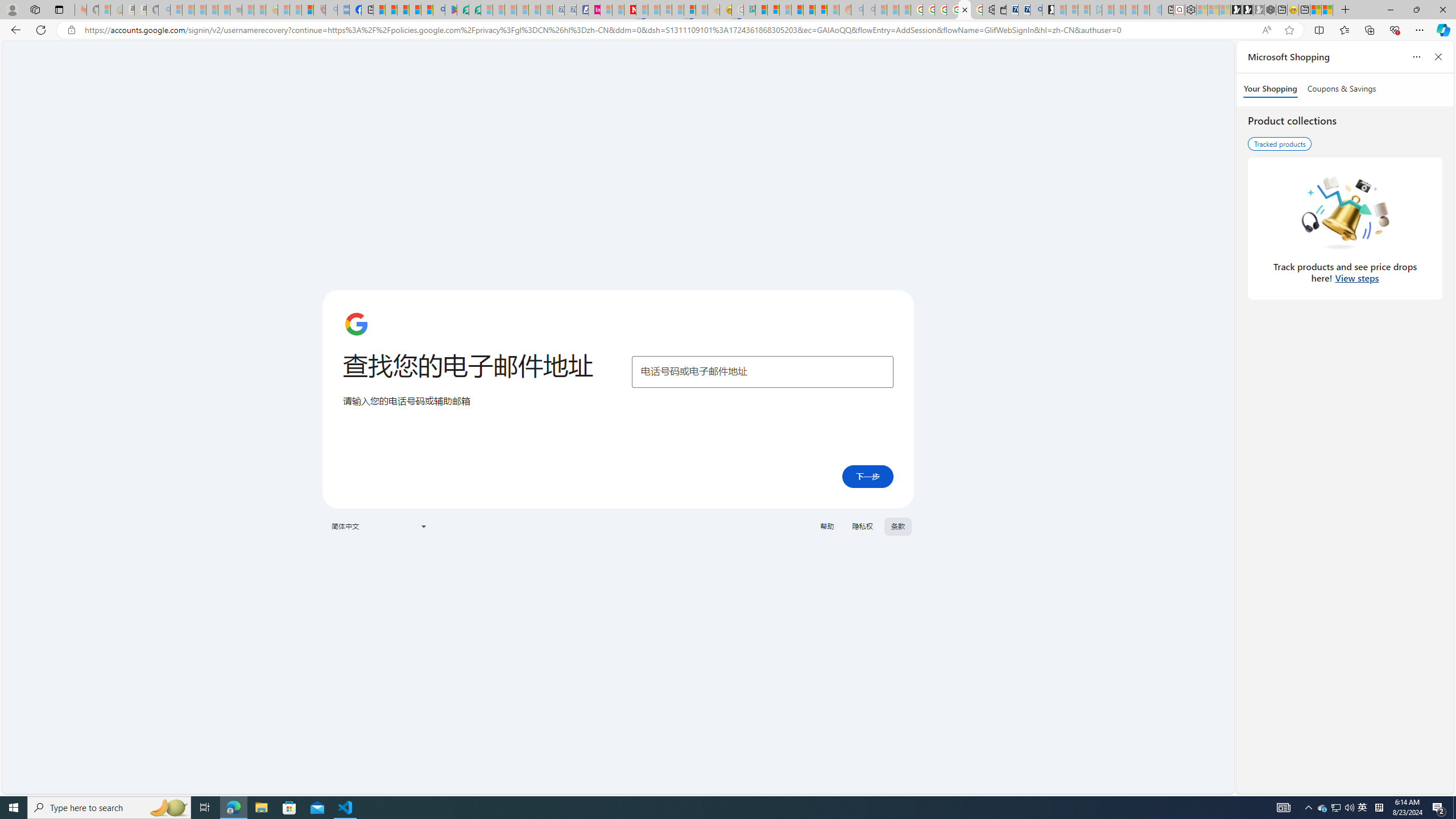 The height and width of the screenshot is (819, 1456). Describe the element at coordinates (200, 9) in the screenshot. I see `'The Weather Channel - MSN - Sleeping'` at that location.